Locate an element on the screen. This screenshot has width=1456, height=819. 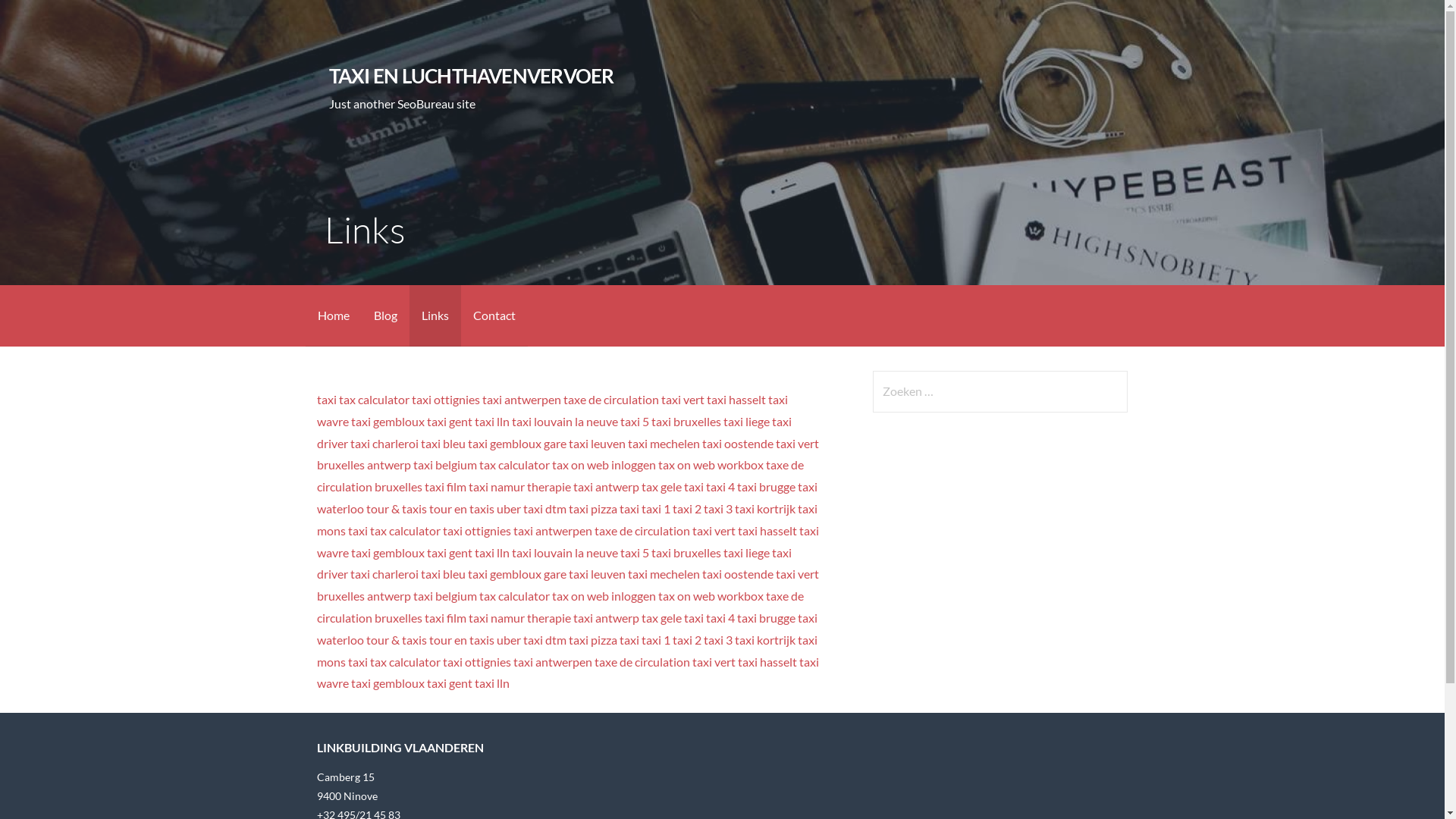
'taxi gent' is located at coordinates (425, 421).